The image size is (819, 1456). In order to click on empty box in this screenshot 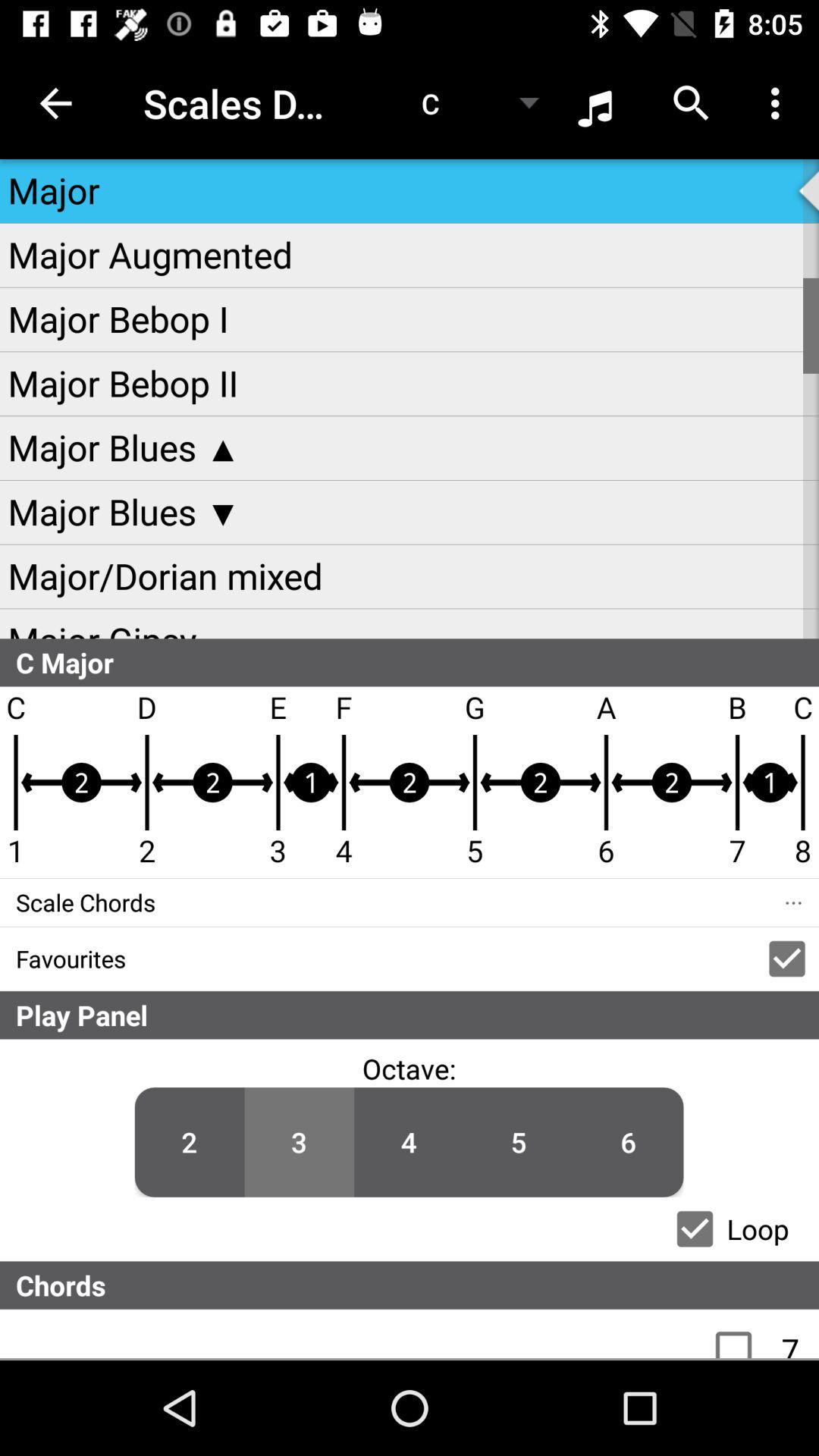, I will do `click(741, 1333)`.